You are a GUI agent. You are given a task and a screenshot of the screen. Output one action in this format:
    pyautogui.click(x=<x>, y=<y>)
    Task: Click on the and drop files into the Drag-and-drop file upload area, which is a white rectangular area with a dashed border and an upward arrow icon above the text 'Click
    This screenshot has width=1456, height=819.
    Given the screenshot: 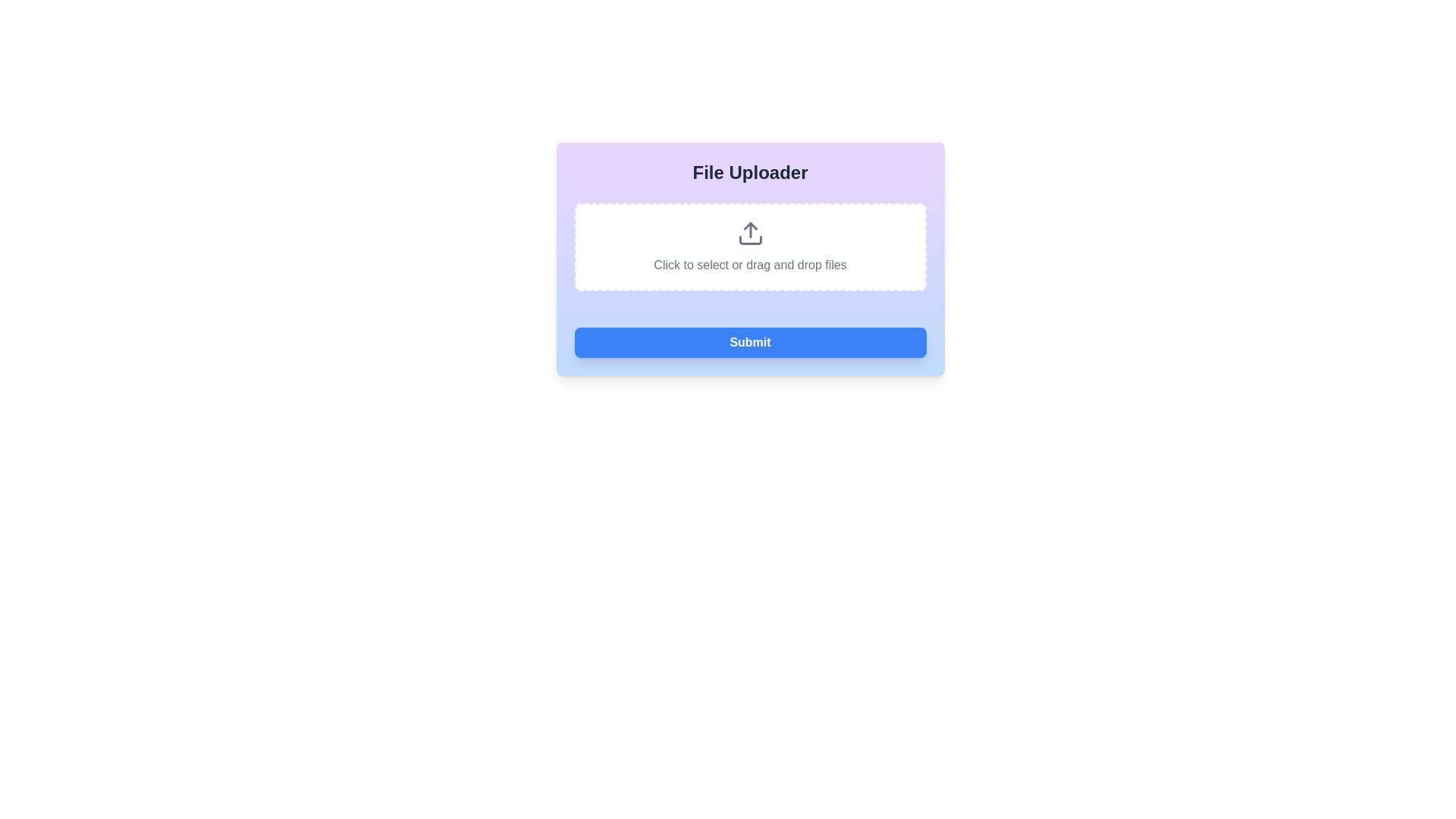 What is the action you would take?
    pyautogui.click(x=750, y=246)
    